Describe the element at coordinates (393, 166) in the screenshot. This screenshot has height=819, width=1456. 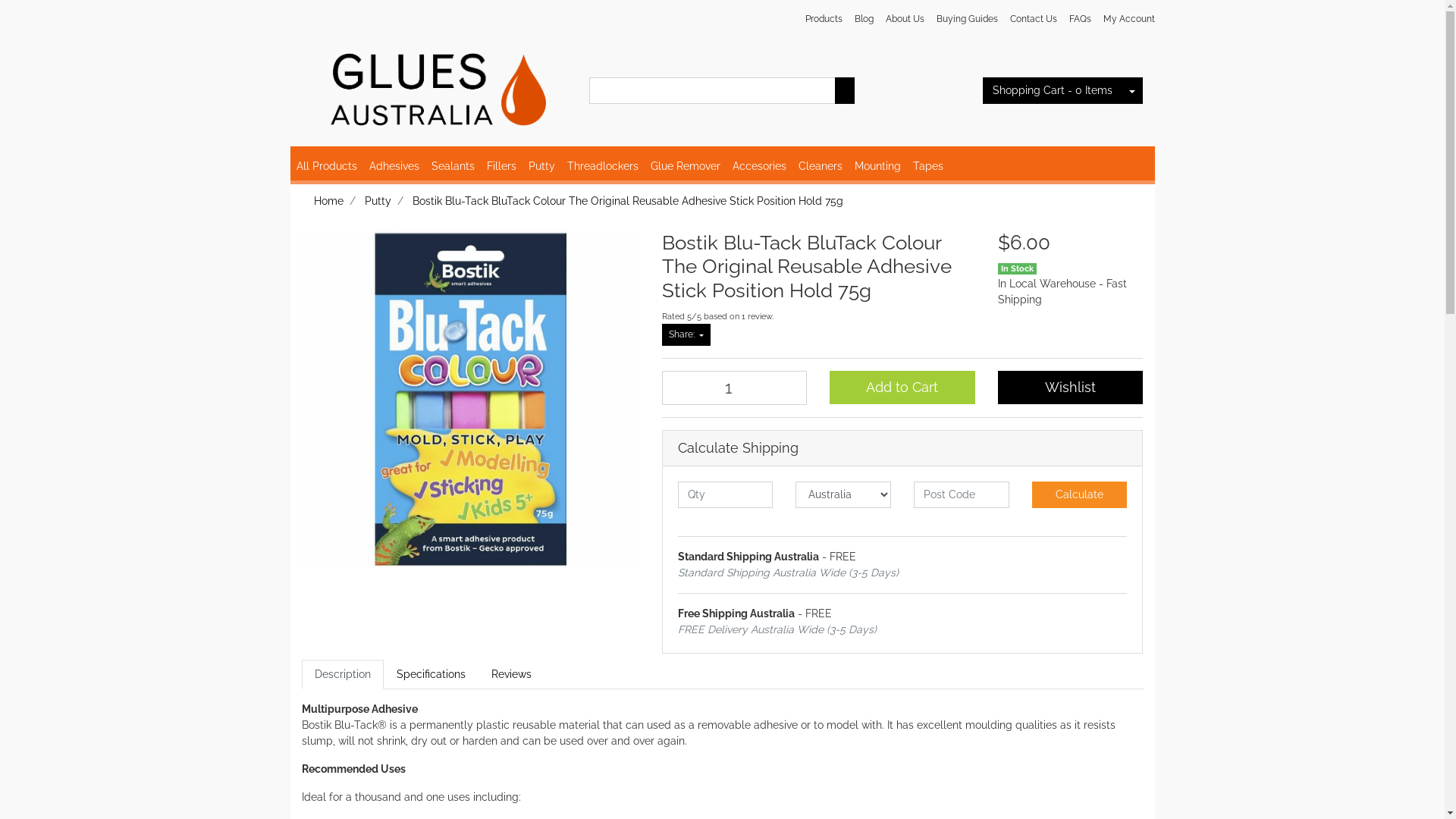
I see `'Adhesives'` at that location.